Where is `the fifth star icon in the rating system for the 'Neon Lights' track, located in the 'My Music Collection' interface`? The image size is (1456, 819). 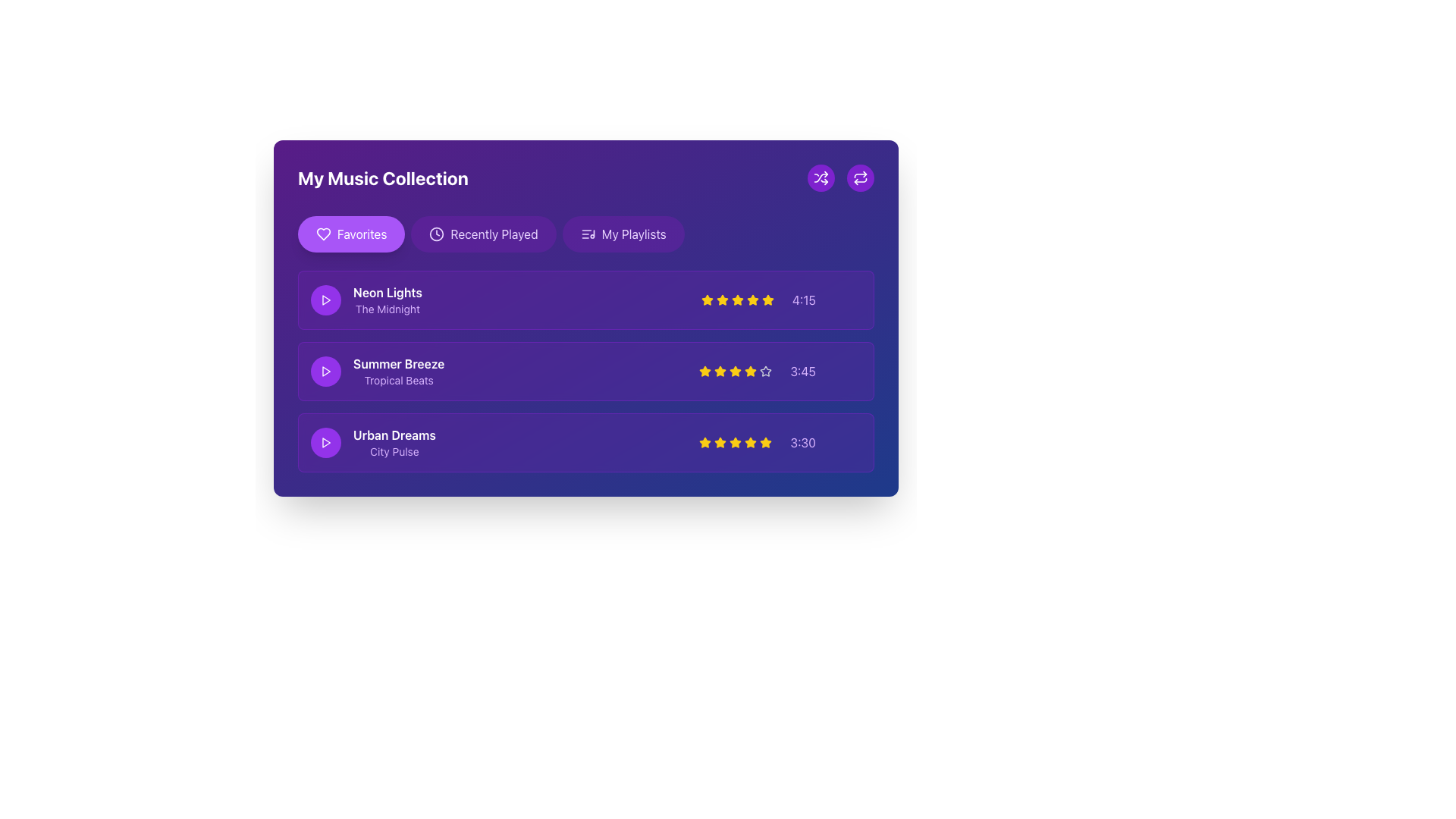 the fifth star icon in the rating system for the 'Neon Lights' track, located in the 'My Music Collection' interface is located at coordinates (752, 300).